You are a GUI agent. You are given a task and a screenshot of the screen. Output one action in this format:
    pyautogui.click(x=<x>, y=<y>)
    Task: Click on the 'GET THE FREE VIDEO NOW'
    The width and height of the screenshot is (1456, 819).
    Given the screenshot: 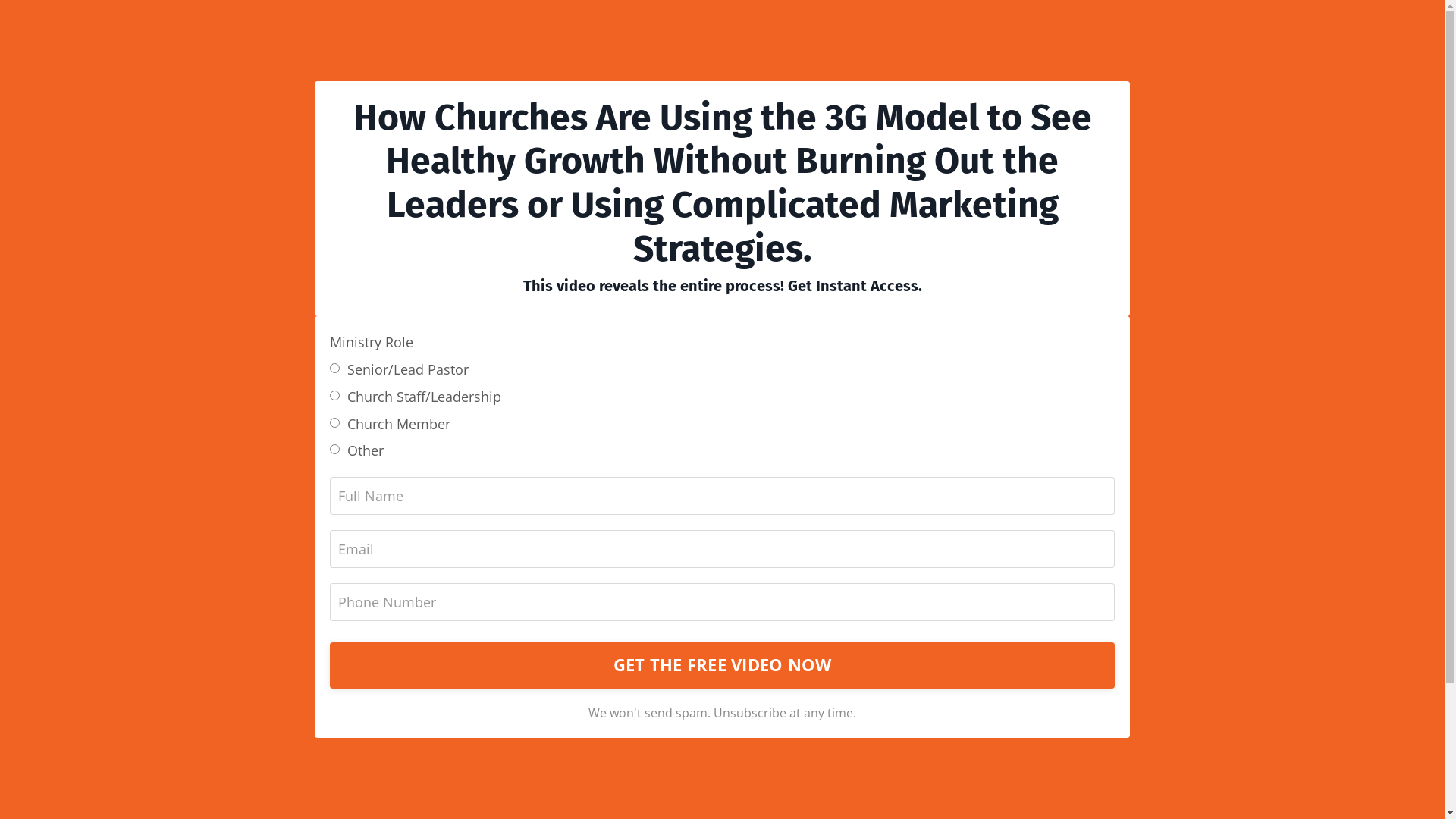 What is the action you would take?
    pyautogui.click(x=721, y=664)
    